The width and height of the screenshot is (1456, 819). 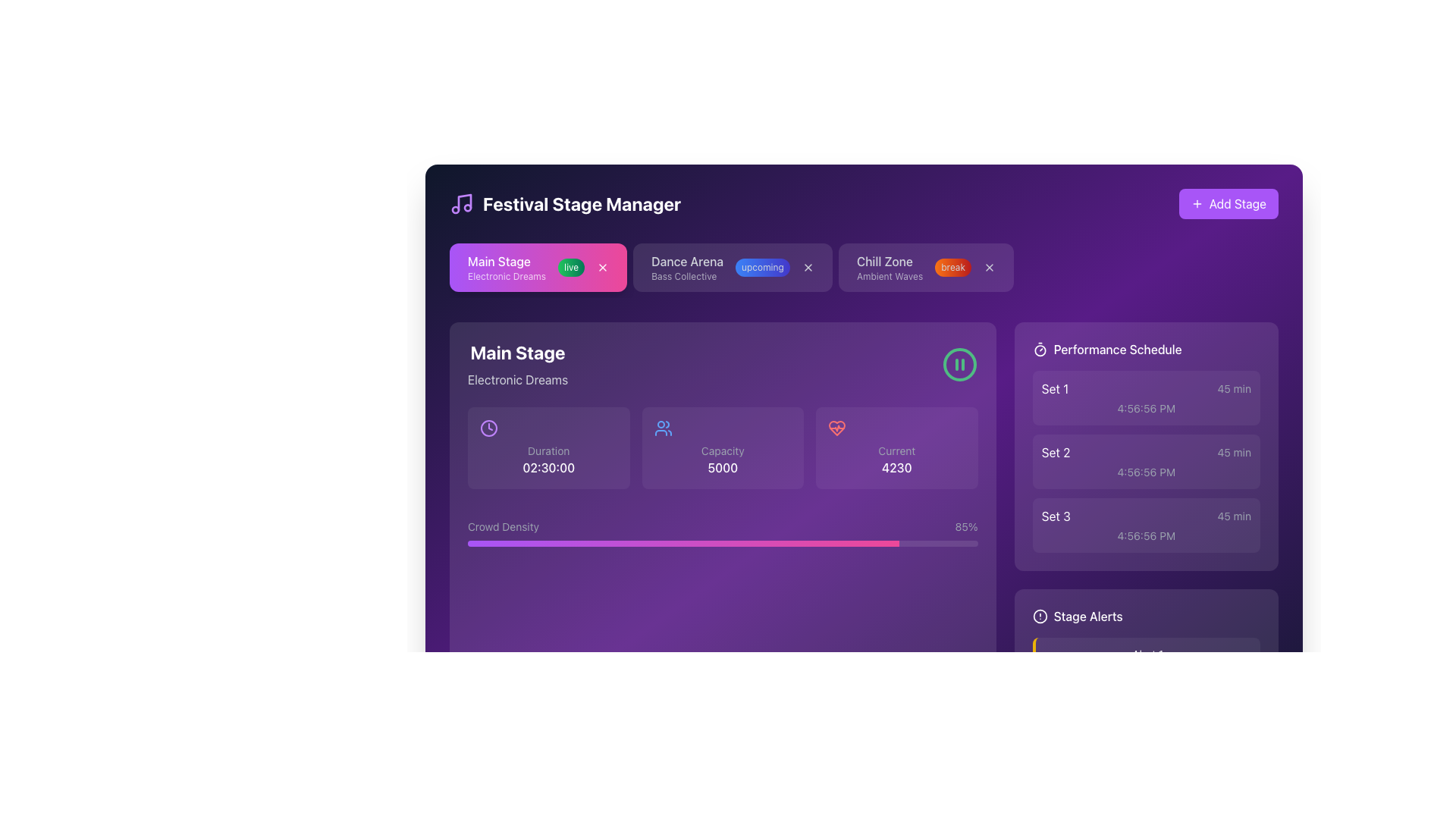 I want to click on the Close icon located at the far right of the 'Dance Arena' entry under 'Bass Collective', so click(x=807, y=267).